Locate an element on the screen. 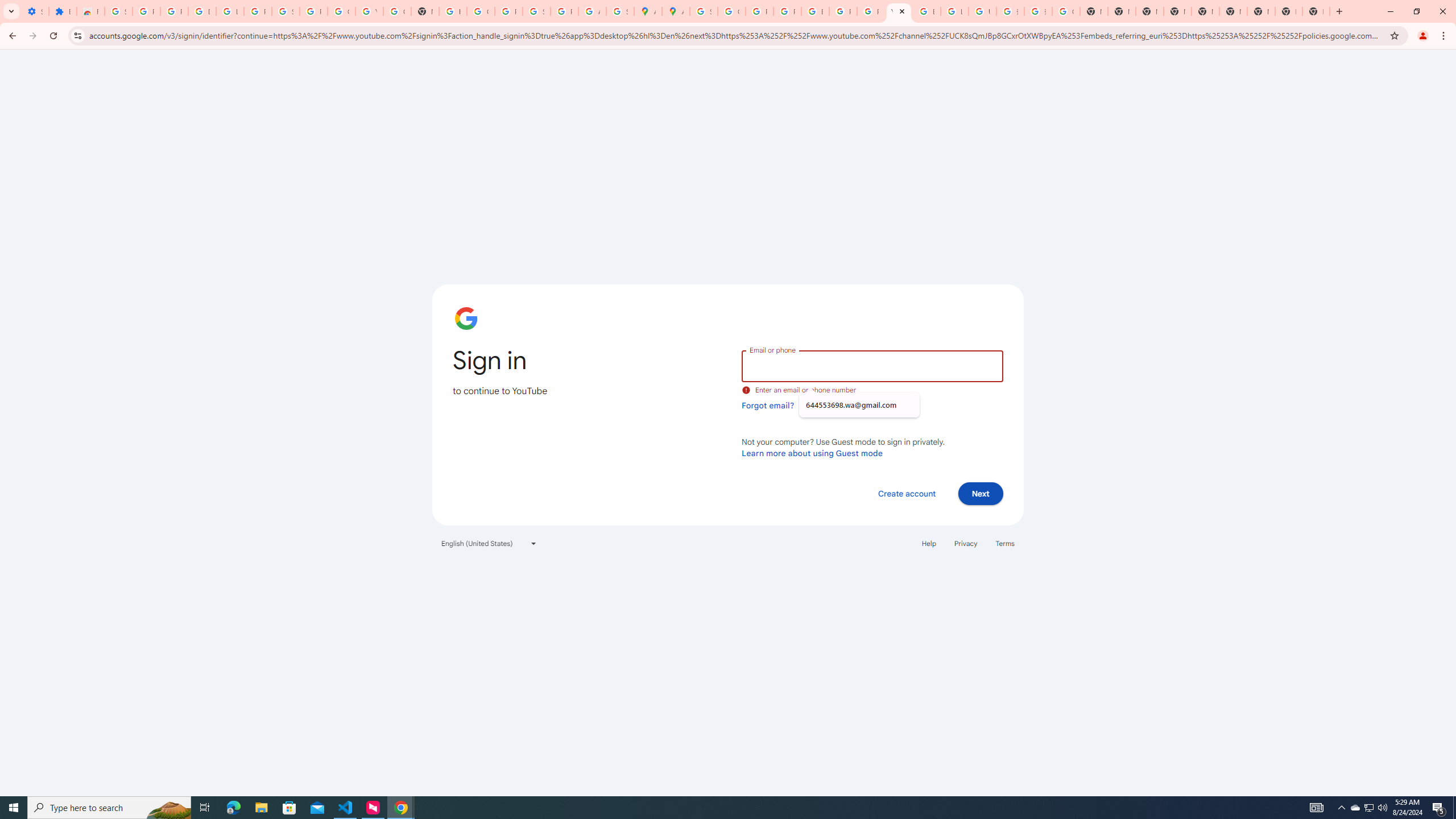 The width and height of the screenshot is (1456, 819). 'Learn more about using Guest mode' is located at coordinates (812, 453).